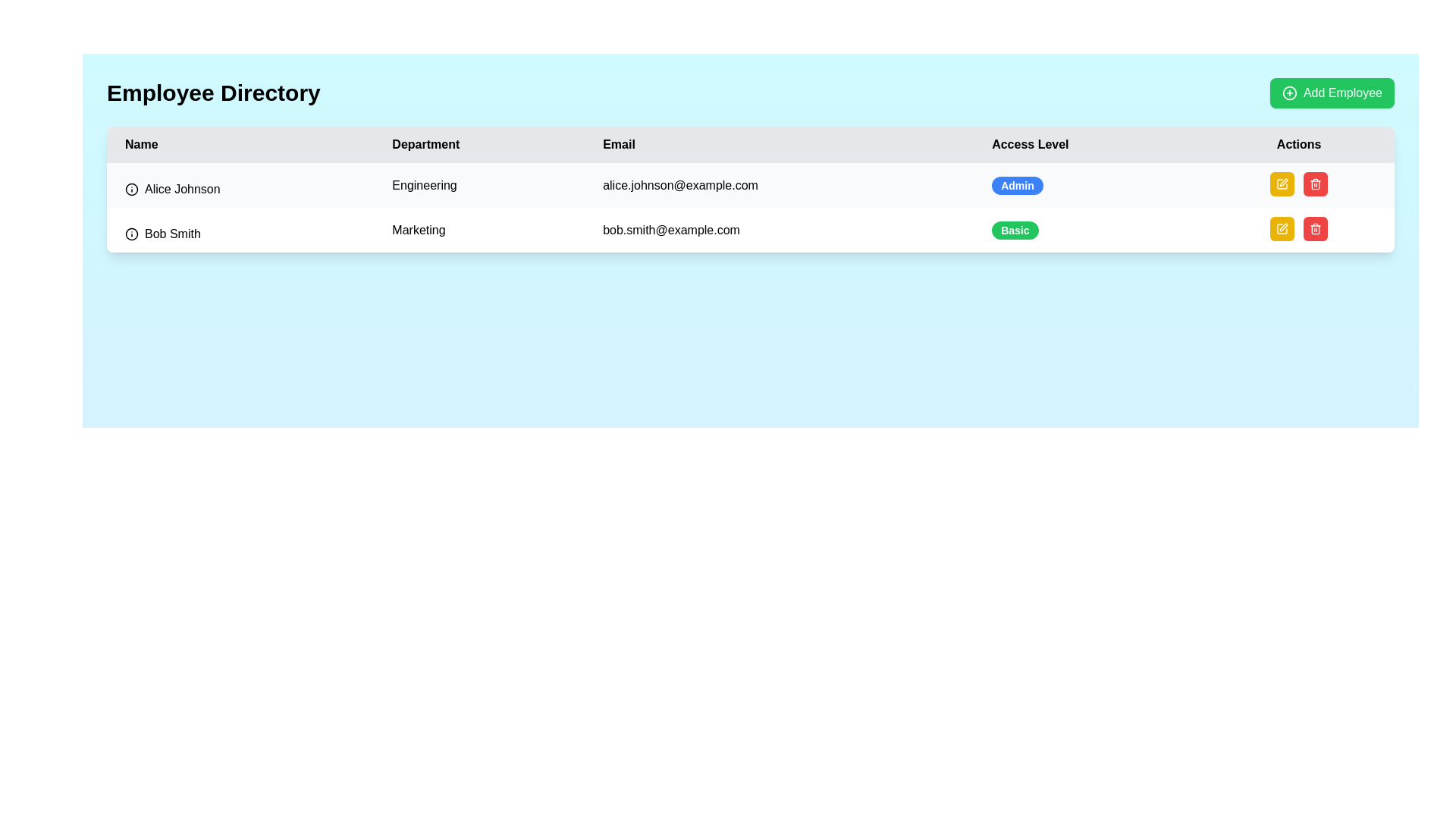  What do you see at coordinates (1281, 184) in the screenshot?
I see `the edit icon button, which is a rectangular shape with a pen icon, located in the 'Actions' column of the second row in the table` at bounding box center [1281, 184].